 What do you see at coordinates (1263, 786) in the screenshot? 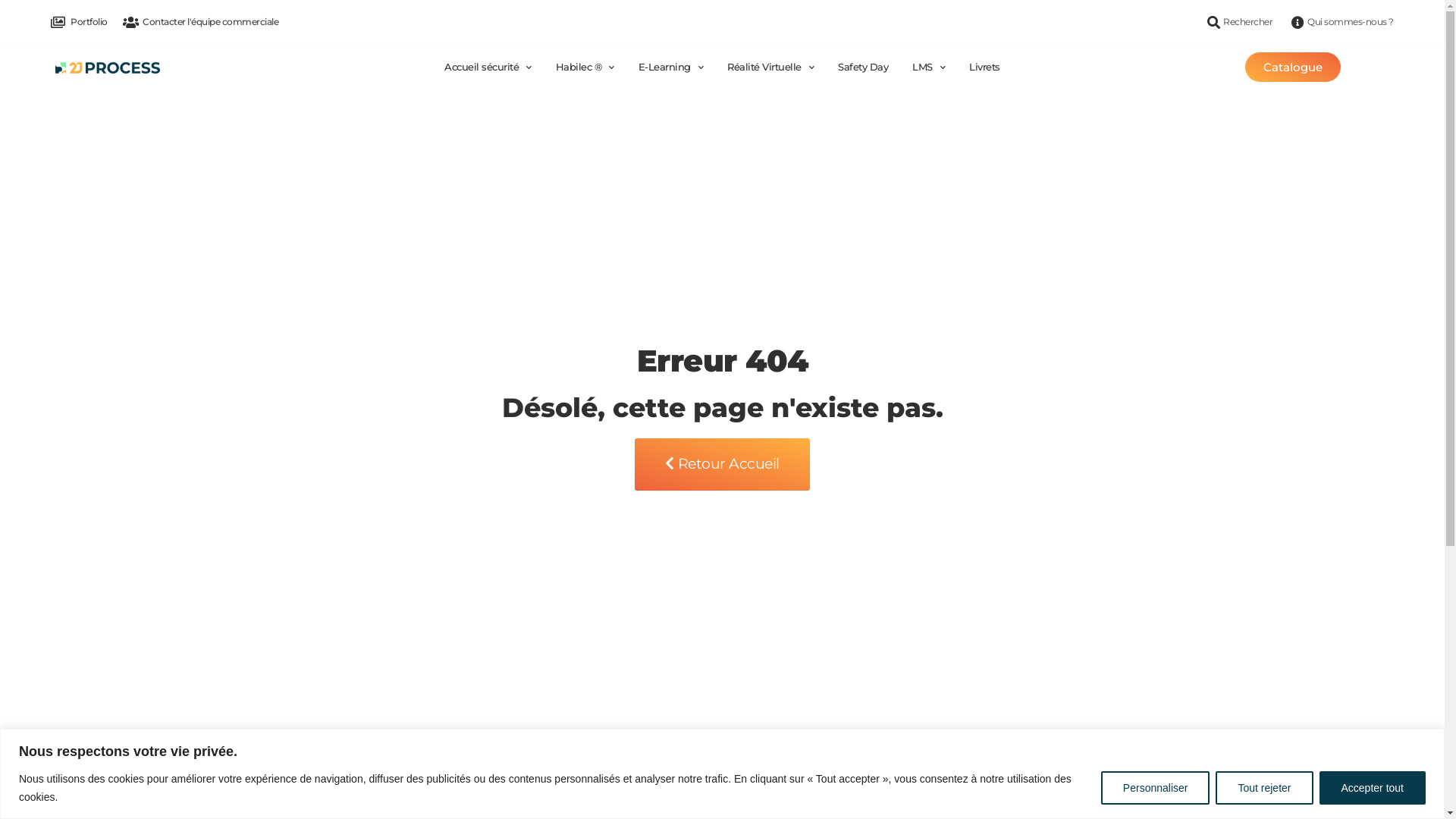
I see `'Tout rejeter'` at bounding box center [1263, 786].